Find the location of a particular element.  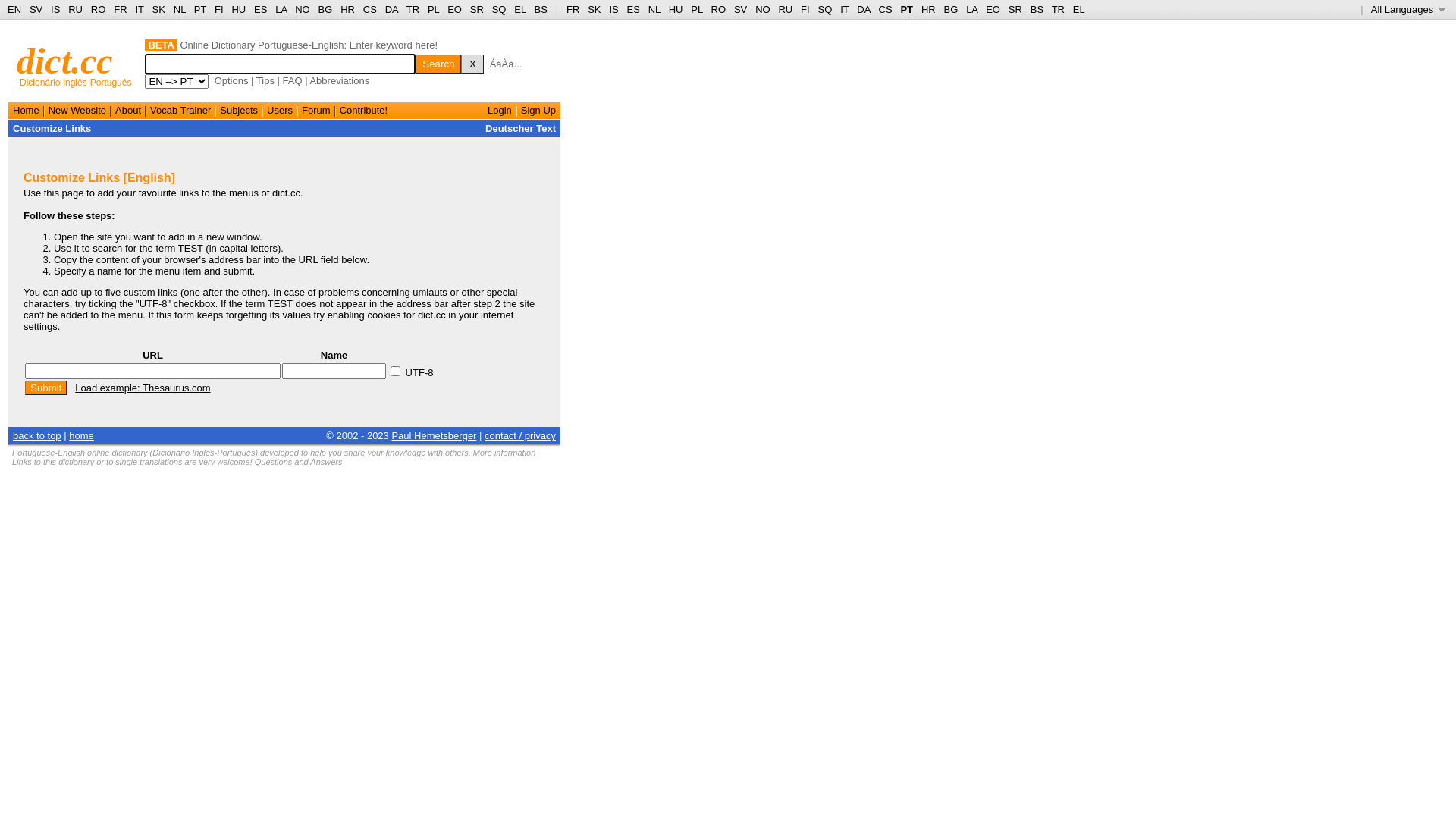

'NO' is located at coordinates (763, 9).